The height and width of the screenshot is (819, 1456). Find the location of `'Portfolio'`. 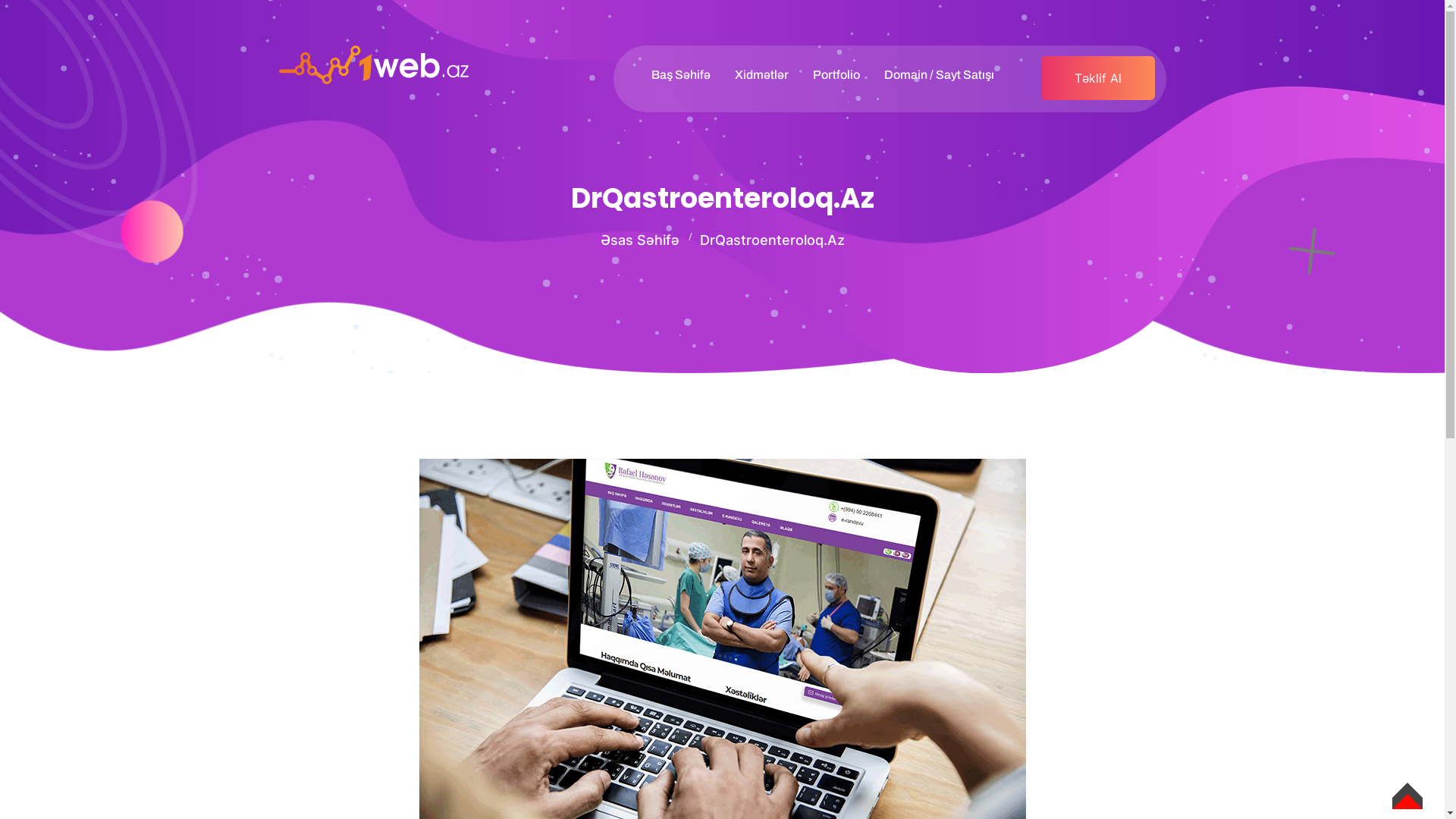

'Portfolio' is located at coordinates (836, 75).